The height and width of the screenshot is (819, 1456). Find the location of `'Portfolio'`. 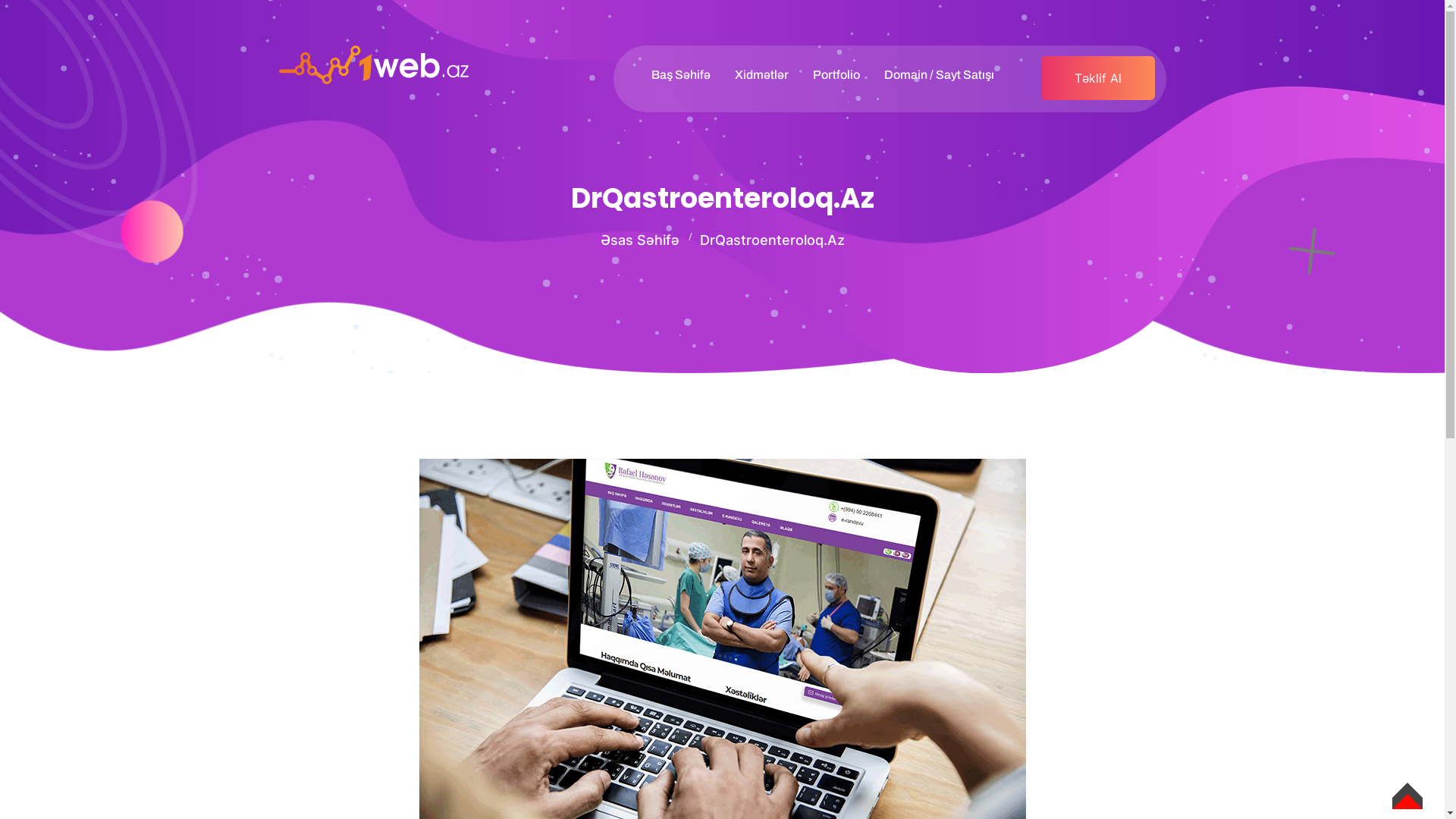

'Portfolio' is located at coordinates (836, 75).